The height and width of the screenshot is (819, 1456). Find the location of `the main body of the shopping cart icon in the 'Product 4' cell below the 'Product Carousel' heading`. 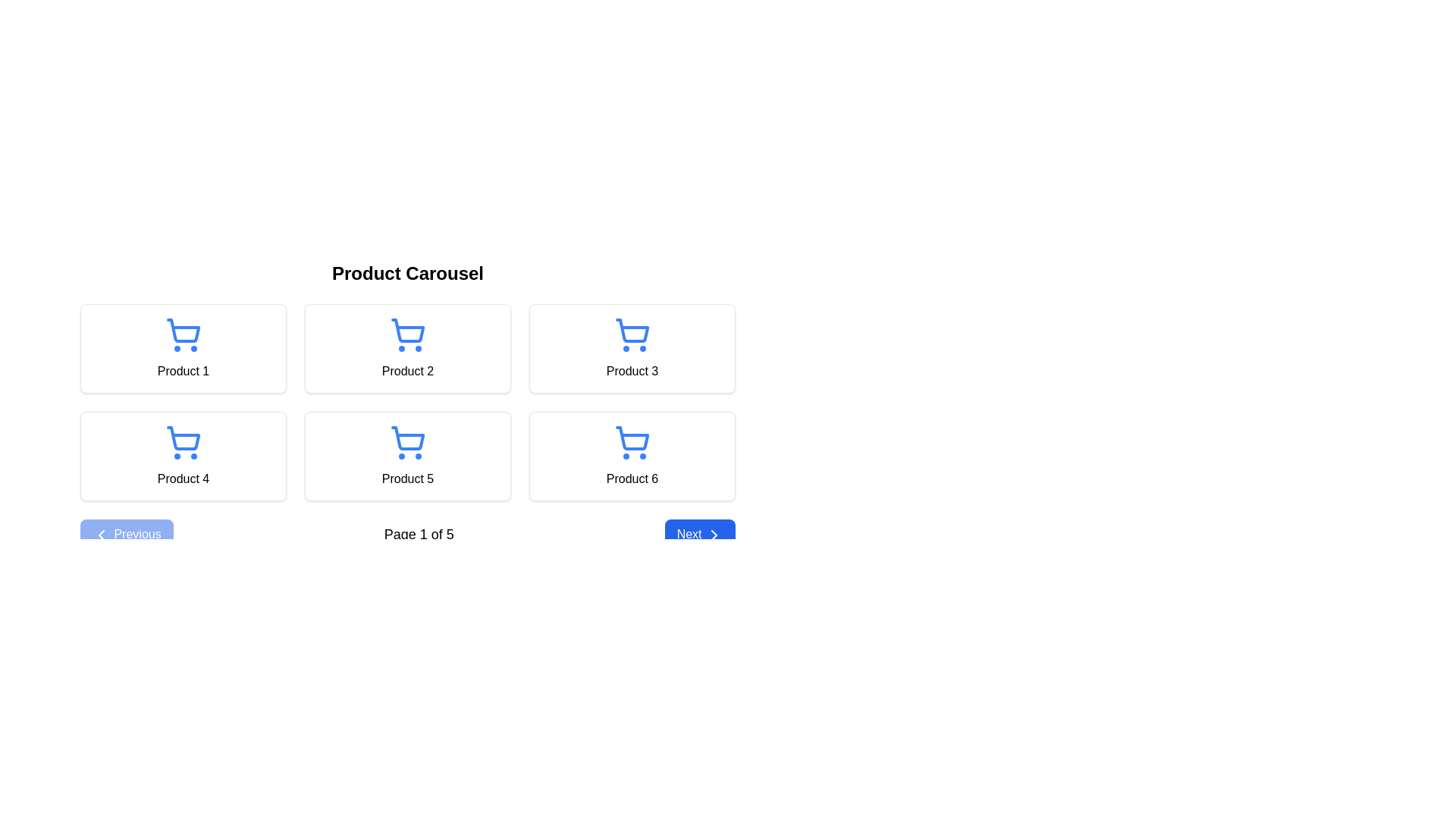

the main body of the shopping cart icon in the 'Product 4' cell below the 'Product Carousel' heading is located at coordinates (183, 438).